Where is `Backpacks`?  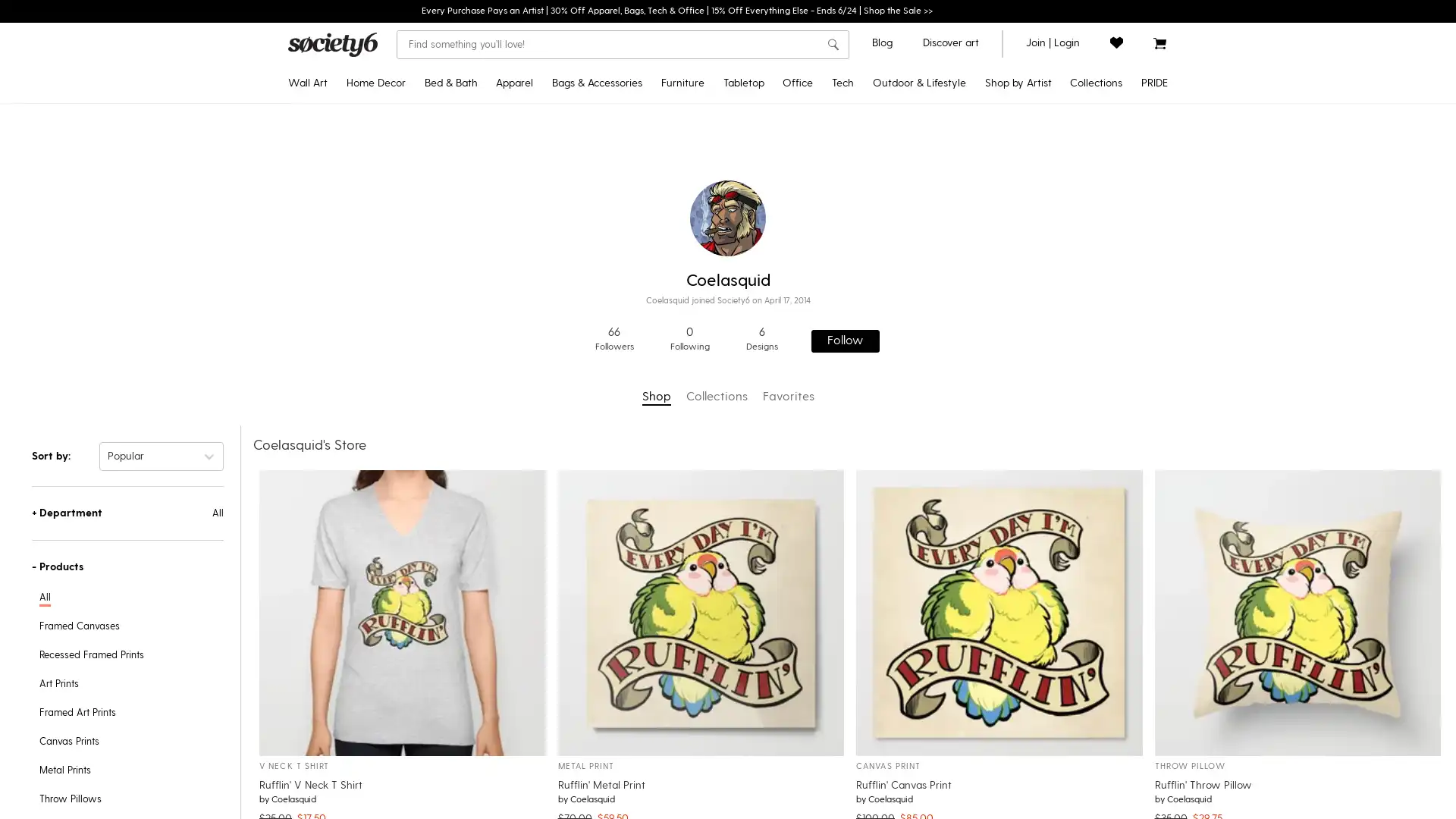 Backpacks is located at coordinates (607, 170).